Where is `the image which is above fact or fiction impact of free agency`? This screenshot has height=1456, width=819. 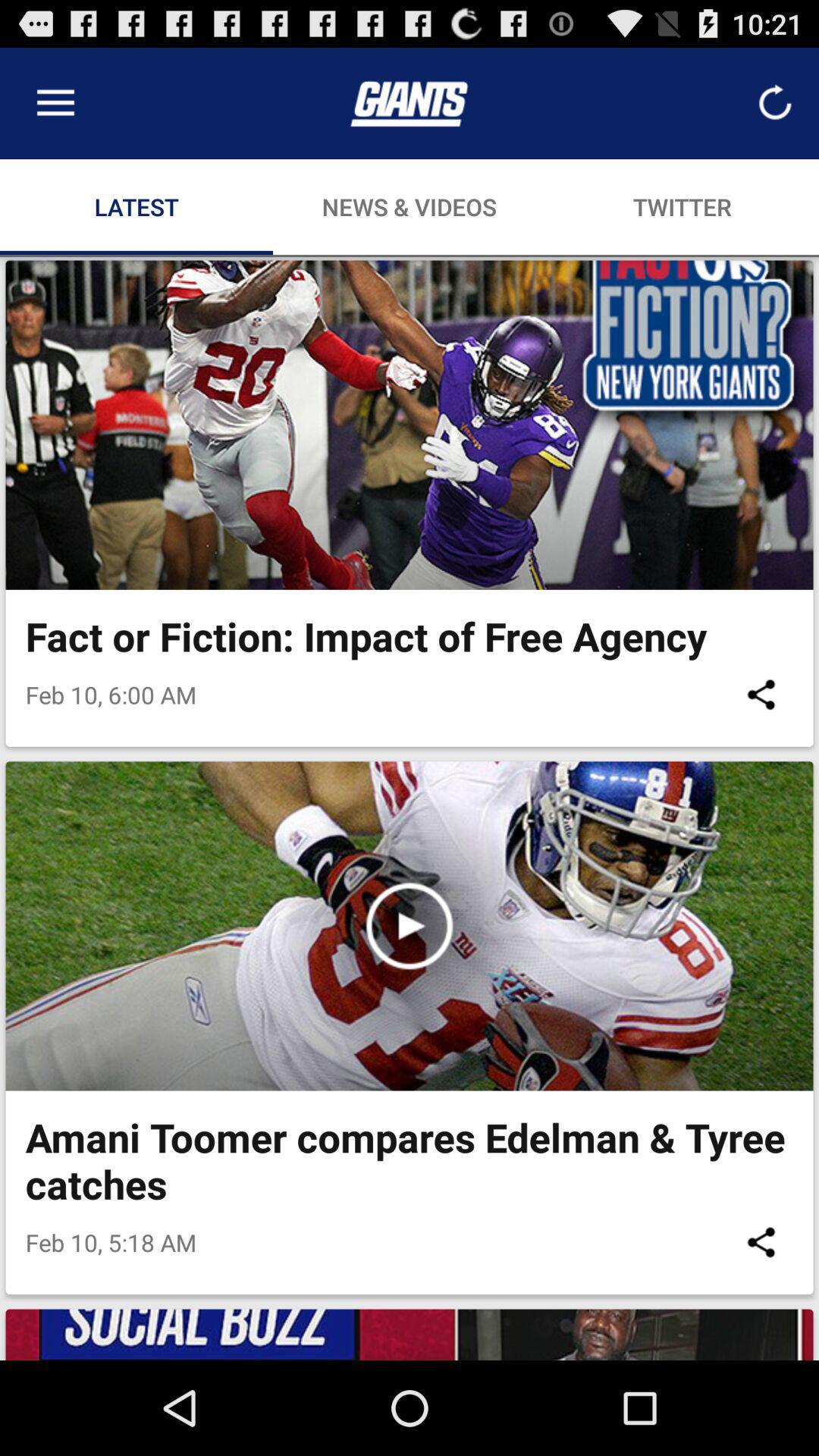 the image which is above fact or fiction impact of free agency is located at coordinates (409, 425).